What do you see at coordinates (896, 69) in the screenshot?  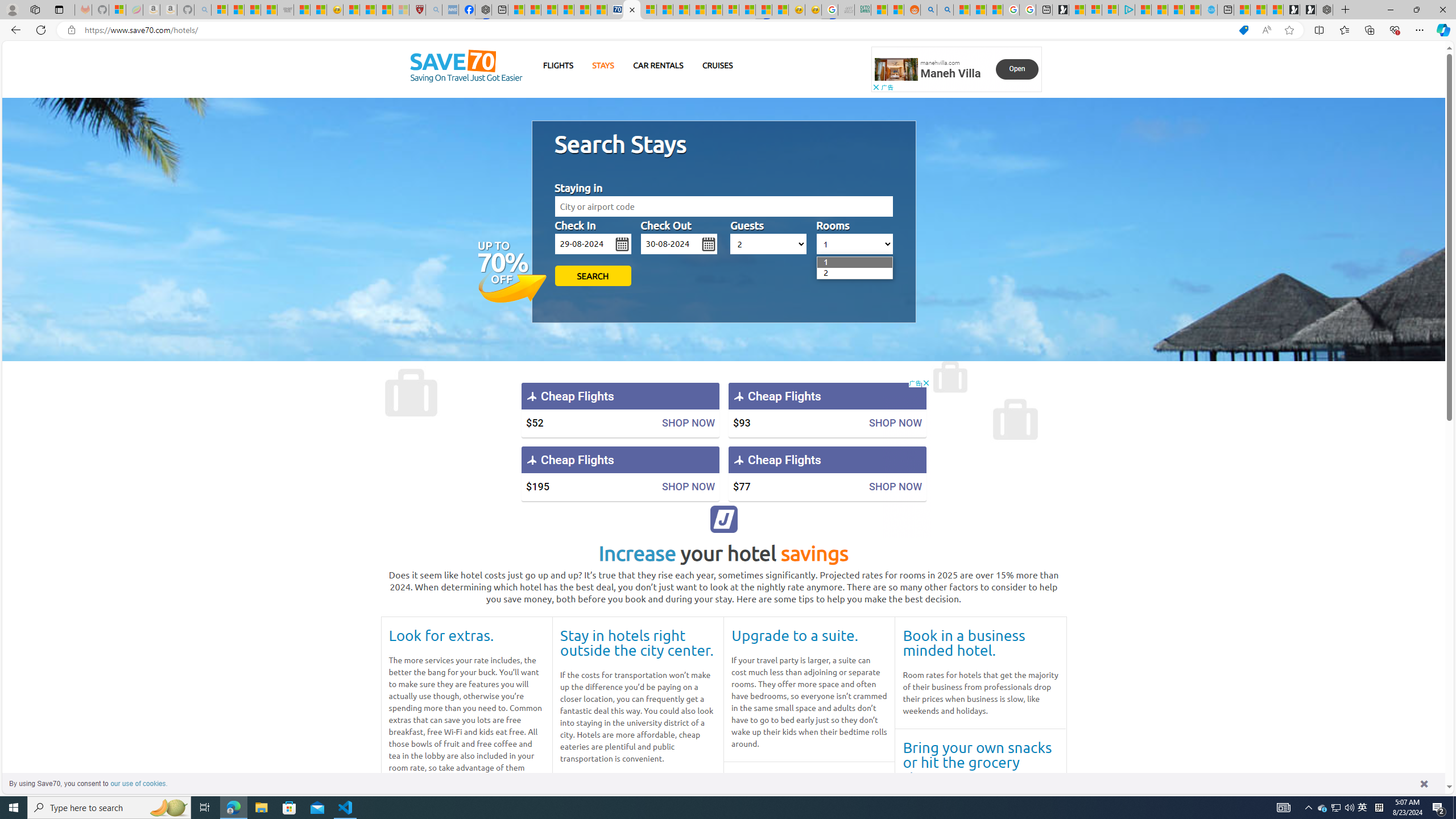 I see `'Class: ns-pn6gp-e-16 svg-anchor'` at bounding box center [896, 69].